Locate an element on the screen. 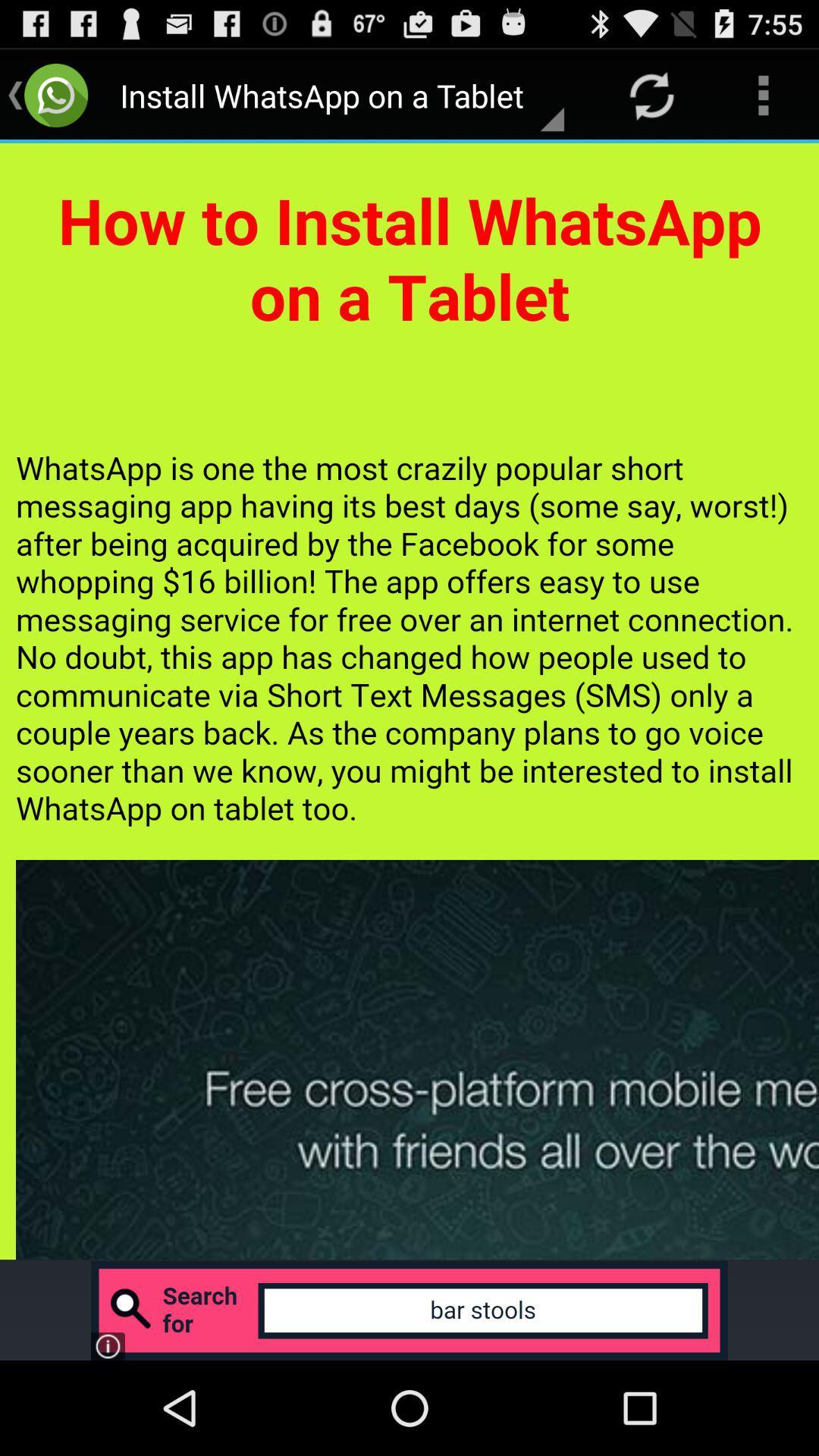 The width and height of the screenshot is (819, 1456). instructions is located at coordinates (409, 701).